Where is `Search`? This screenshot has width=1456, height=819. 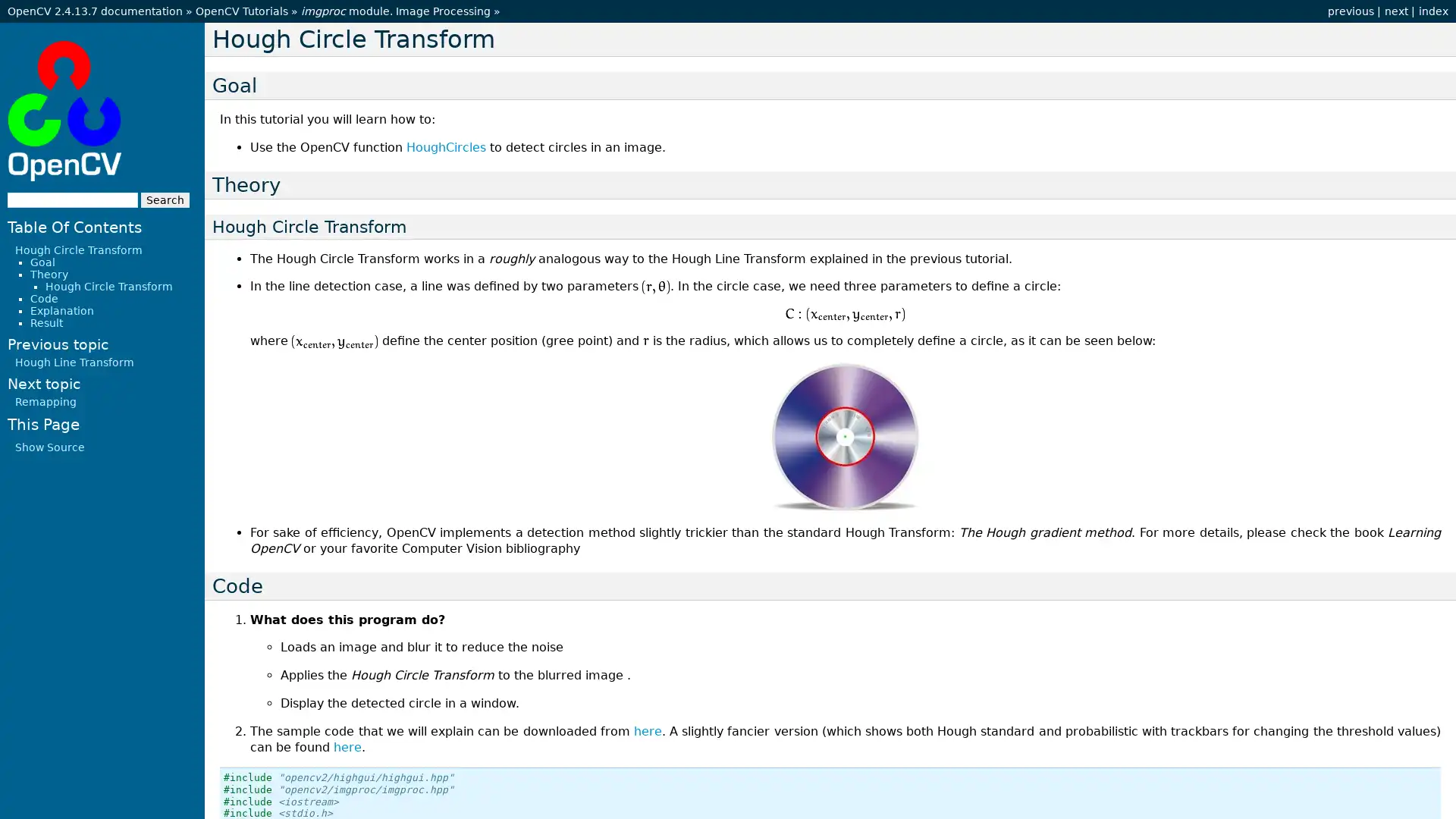 Search is located at coordinates (165, 198).